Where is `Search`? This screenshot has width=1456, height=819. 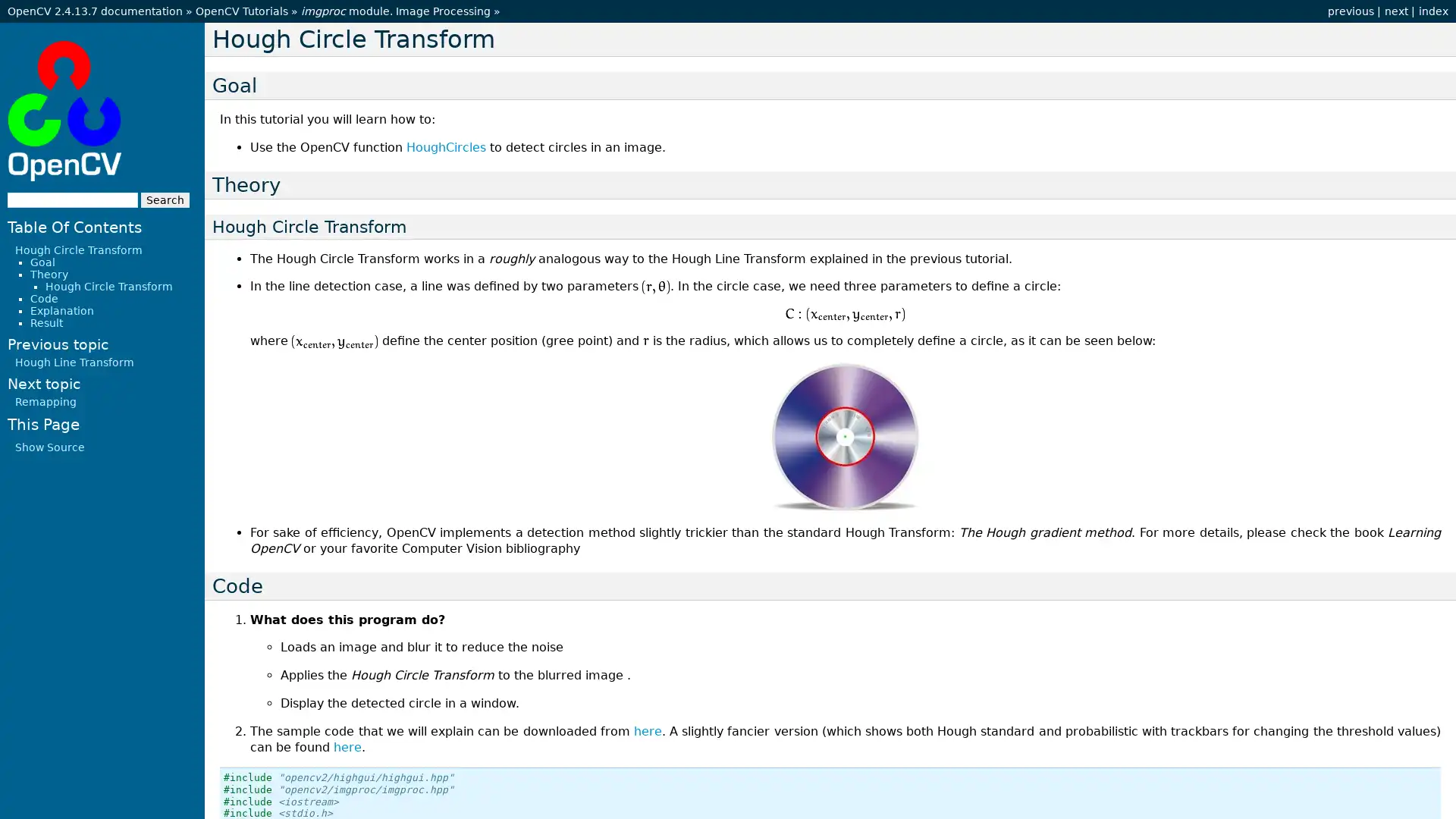 Search is located at coordinates (165, 198).